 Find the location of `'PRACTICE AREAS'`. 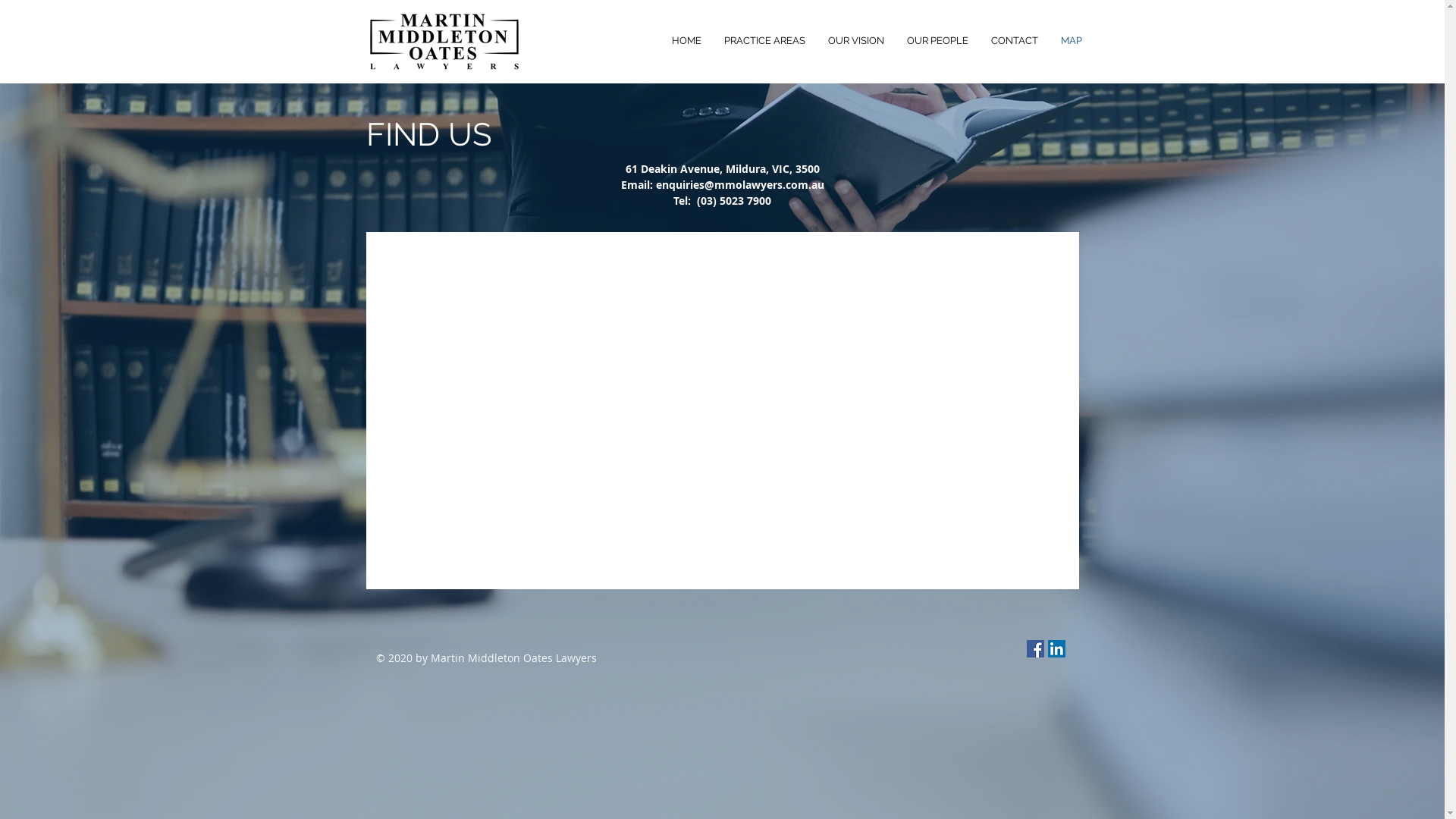

'PRACTICE AREAS' is located at coordinates (764, 40).